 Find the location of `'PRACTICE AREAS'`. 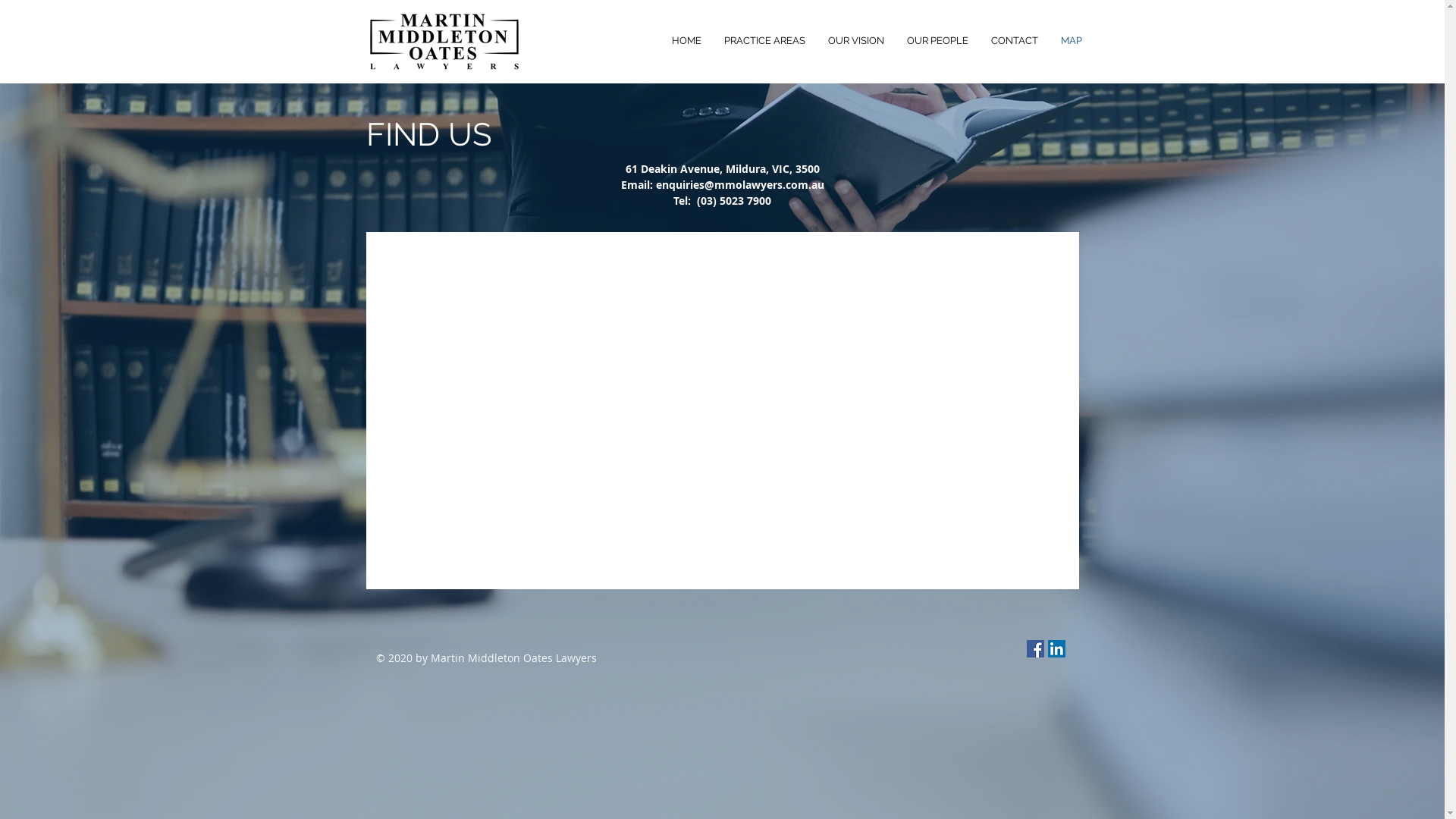

'PRACTICE AREAS' is located at coordinates (764, 40).